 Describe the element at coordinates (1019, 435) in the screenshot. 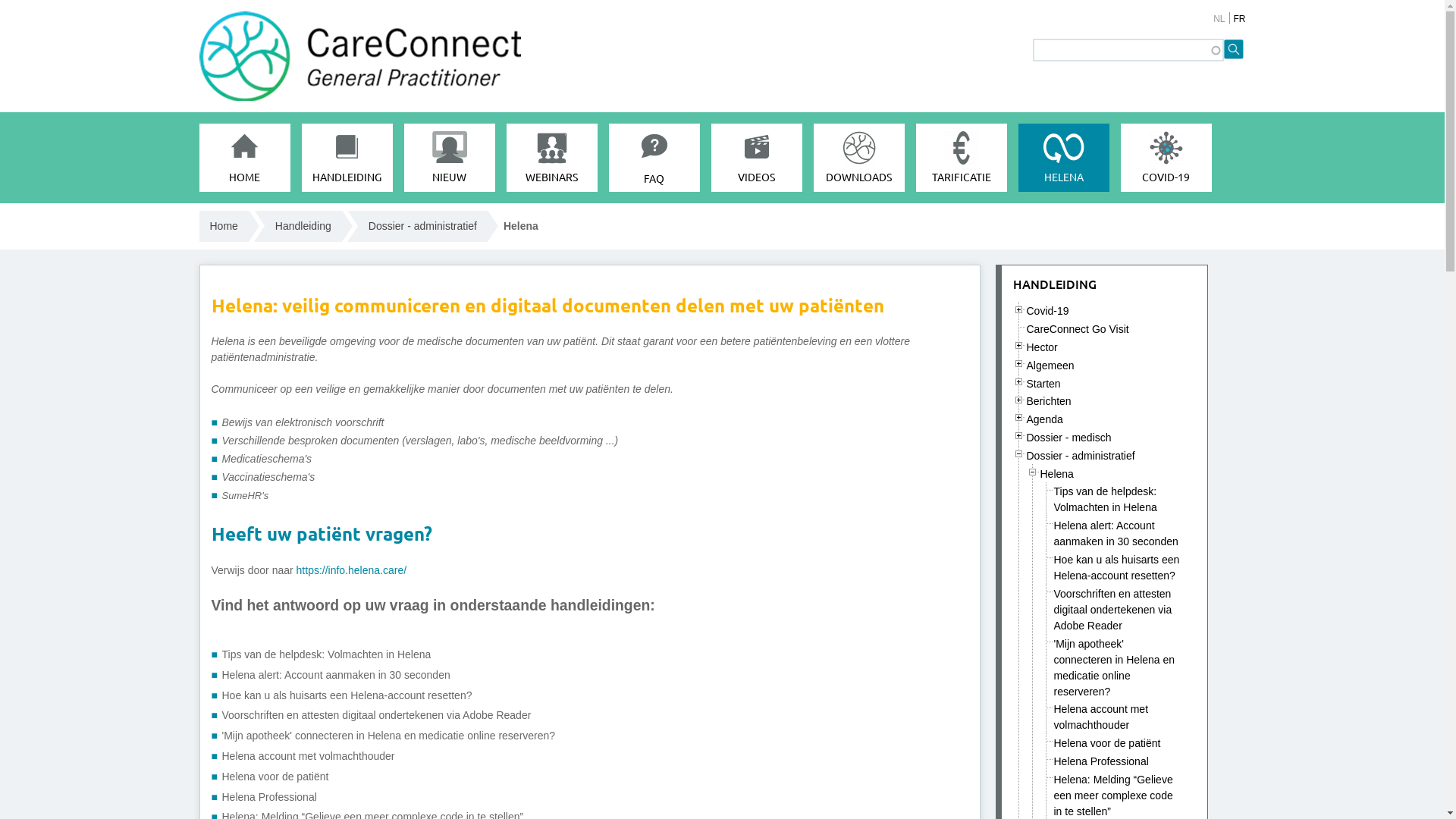

I see `' '` at that location.